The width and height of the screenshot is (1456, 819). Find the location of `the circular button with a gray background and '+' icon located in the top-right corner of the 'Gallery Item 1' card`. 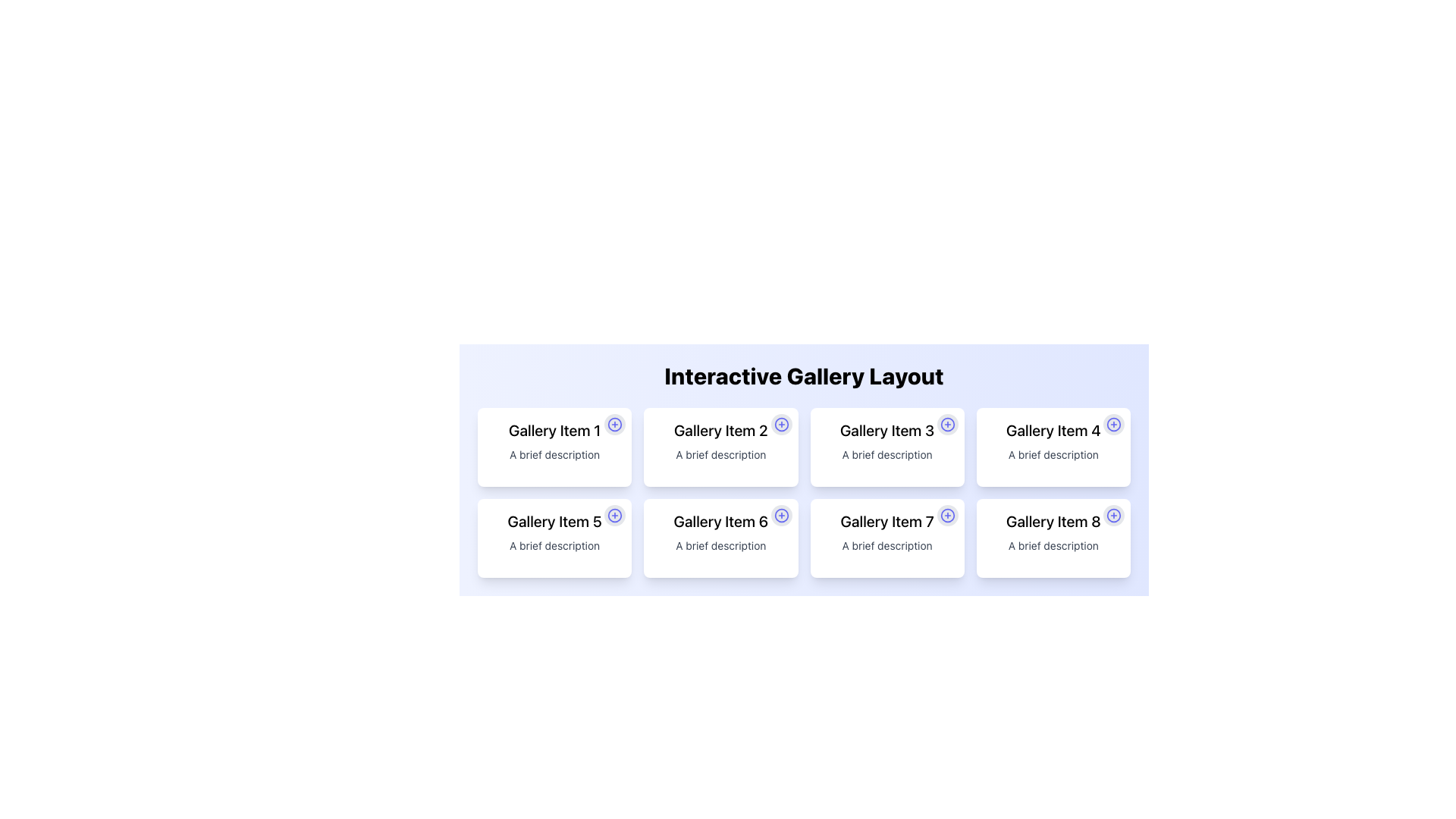

the circular button with a gray background and '+' icon located in the top-right corner of the 'Gallery Item 1' card is located at coordinates (615, 424).